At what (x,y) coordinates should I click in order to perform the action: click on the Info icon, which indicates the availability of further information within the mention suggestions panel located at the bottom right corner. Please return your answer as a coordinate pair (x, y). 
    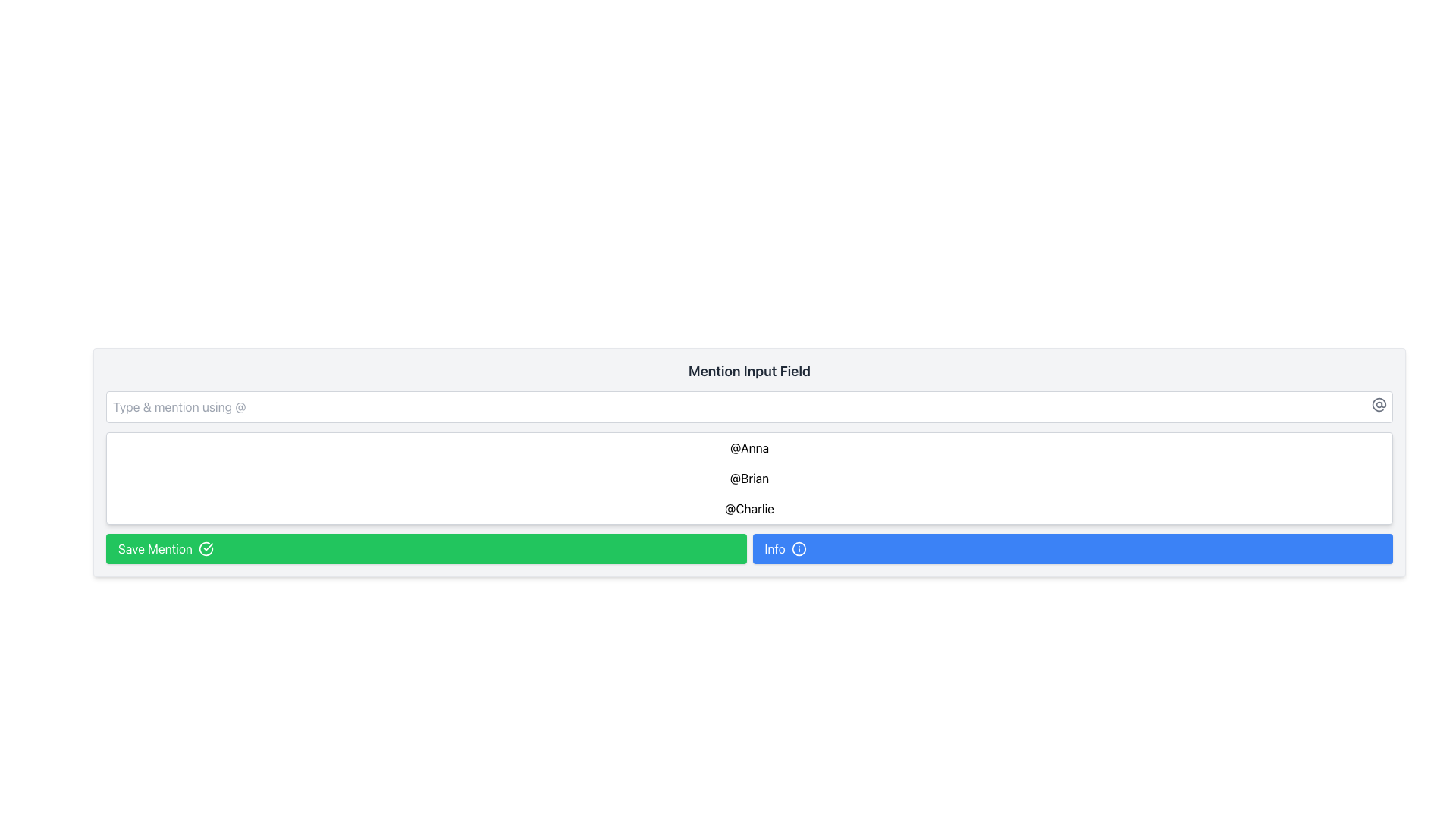
    Looking at the image, I should click on (798, 549).